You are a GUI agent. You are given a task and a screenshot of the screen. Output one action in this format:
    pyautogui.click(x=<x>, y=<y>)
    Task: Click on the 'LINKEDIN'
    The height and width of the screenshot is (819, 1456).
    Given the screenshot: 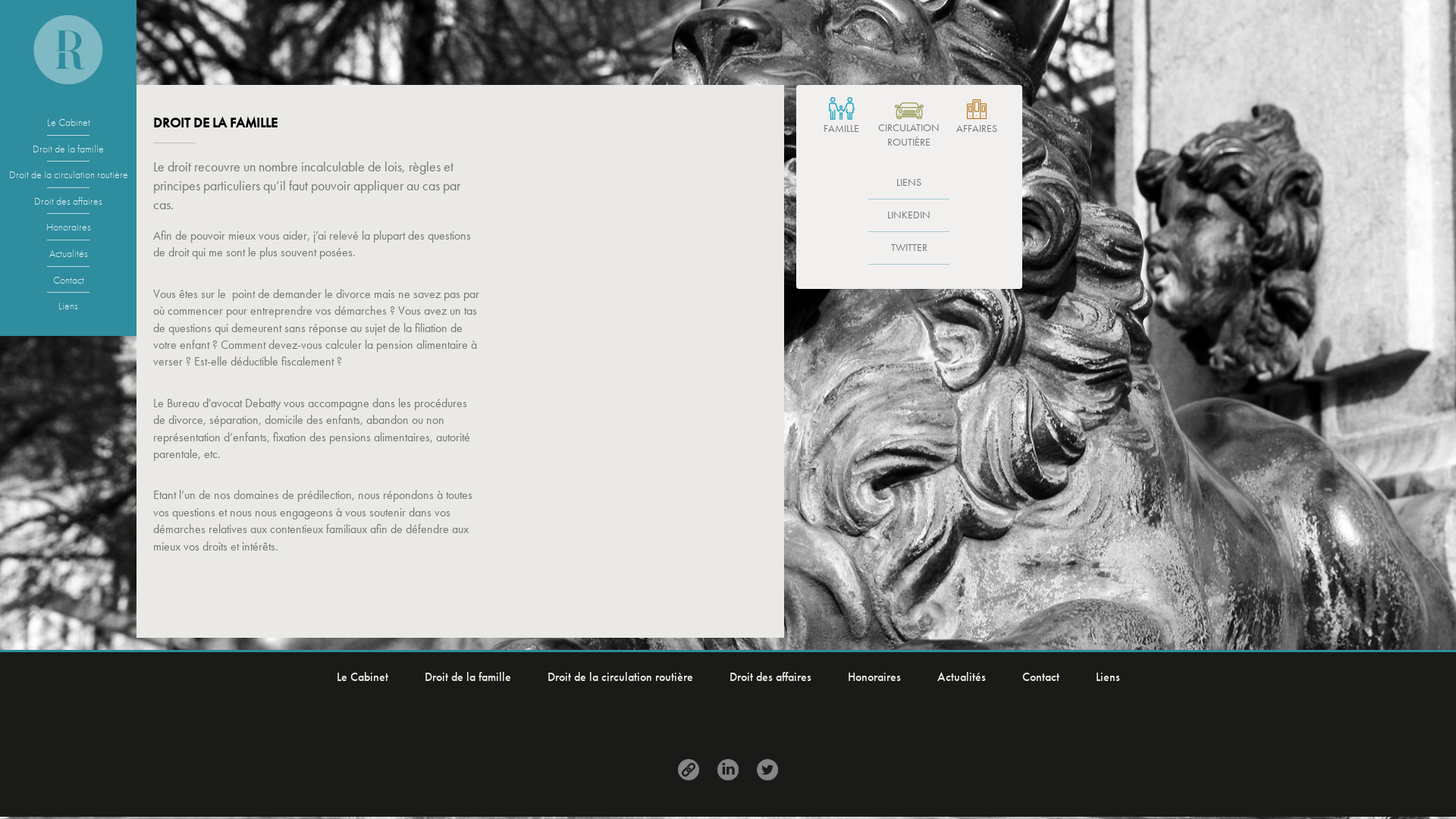 What is the action you would take?
    pyautogui.click(x=908, y=215)
    